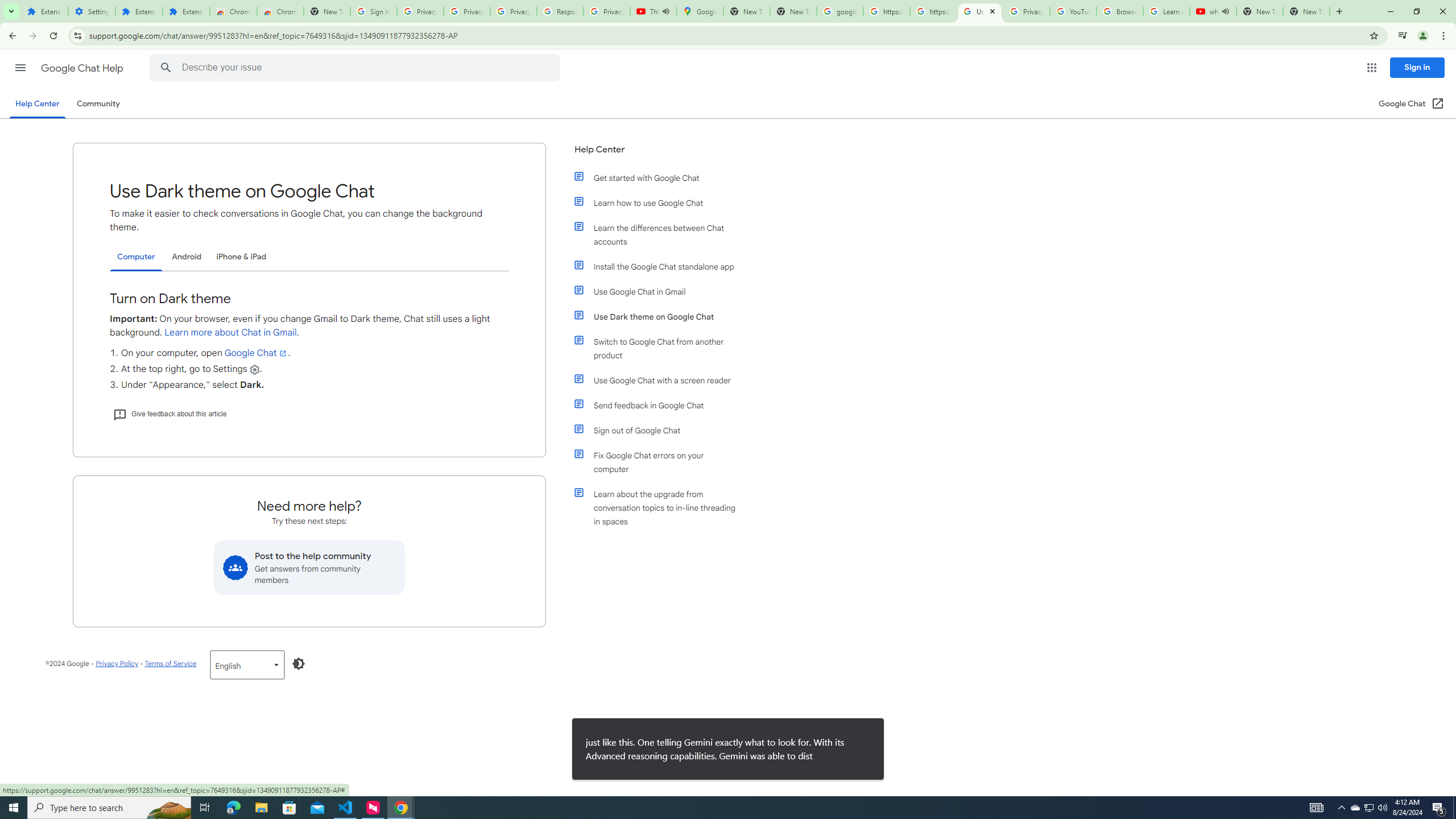 The height and width of the screenshot is (819, 1456). Describe the element at coordinates (932, 11) in the screenshot. I see `'https://scholar.google.com/'` at that location.